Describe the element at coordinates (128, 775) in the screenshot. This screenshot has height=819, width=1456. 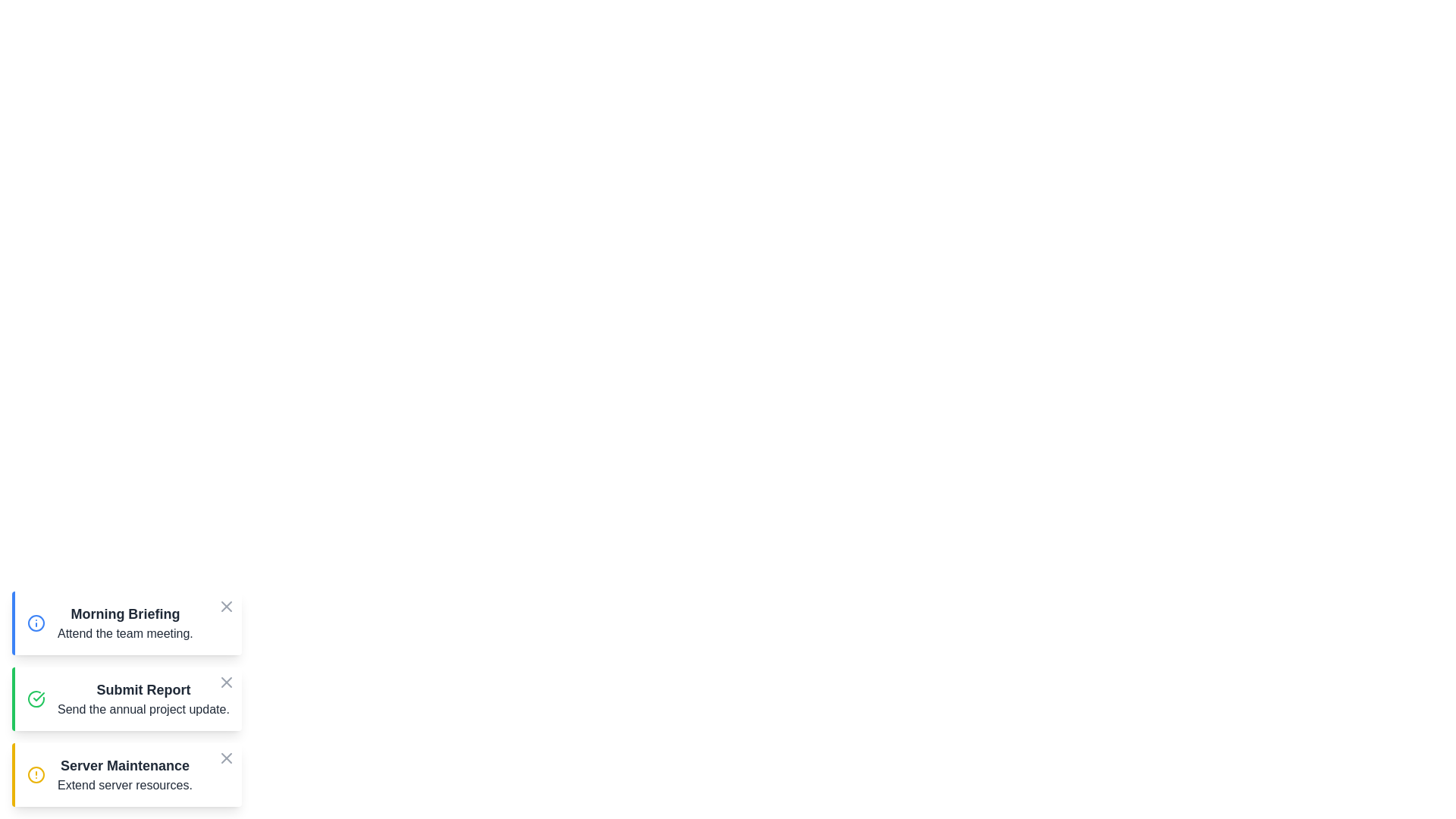
I see `the informational card displaying 'Server Maintenance', which is the third item in the vertically stacked list of notifications` at that location.